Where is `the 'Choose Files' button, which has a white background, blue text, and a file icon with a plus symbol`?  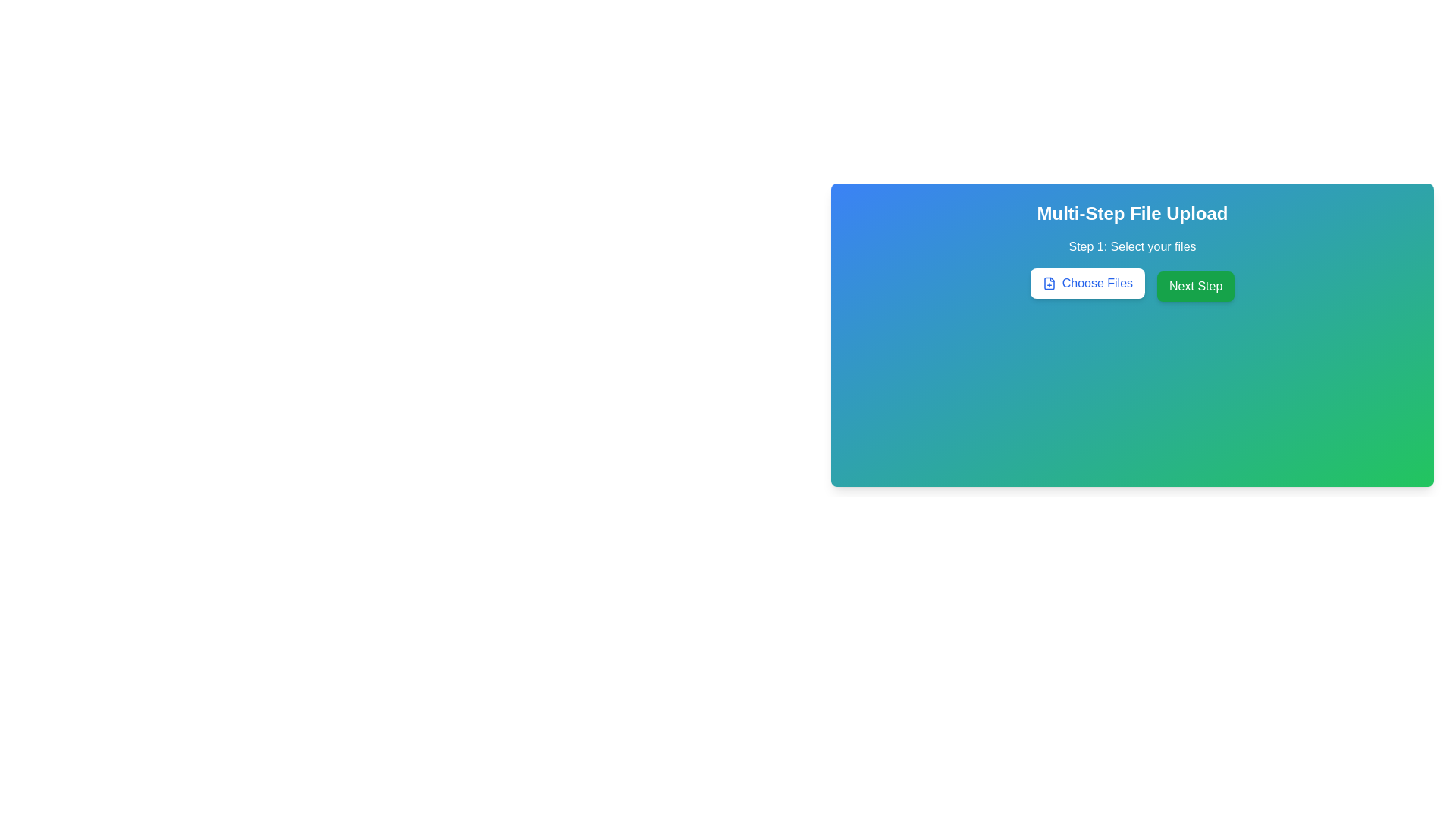
the 'Choose Files' button, which has a white background, blue text, and a file icon with a plus symbol is located at coordinates (1087, 284).